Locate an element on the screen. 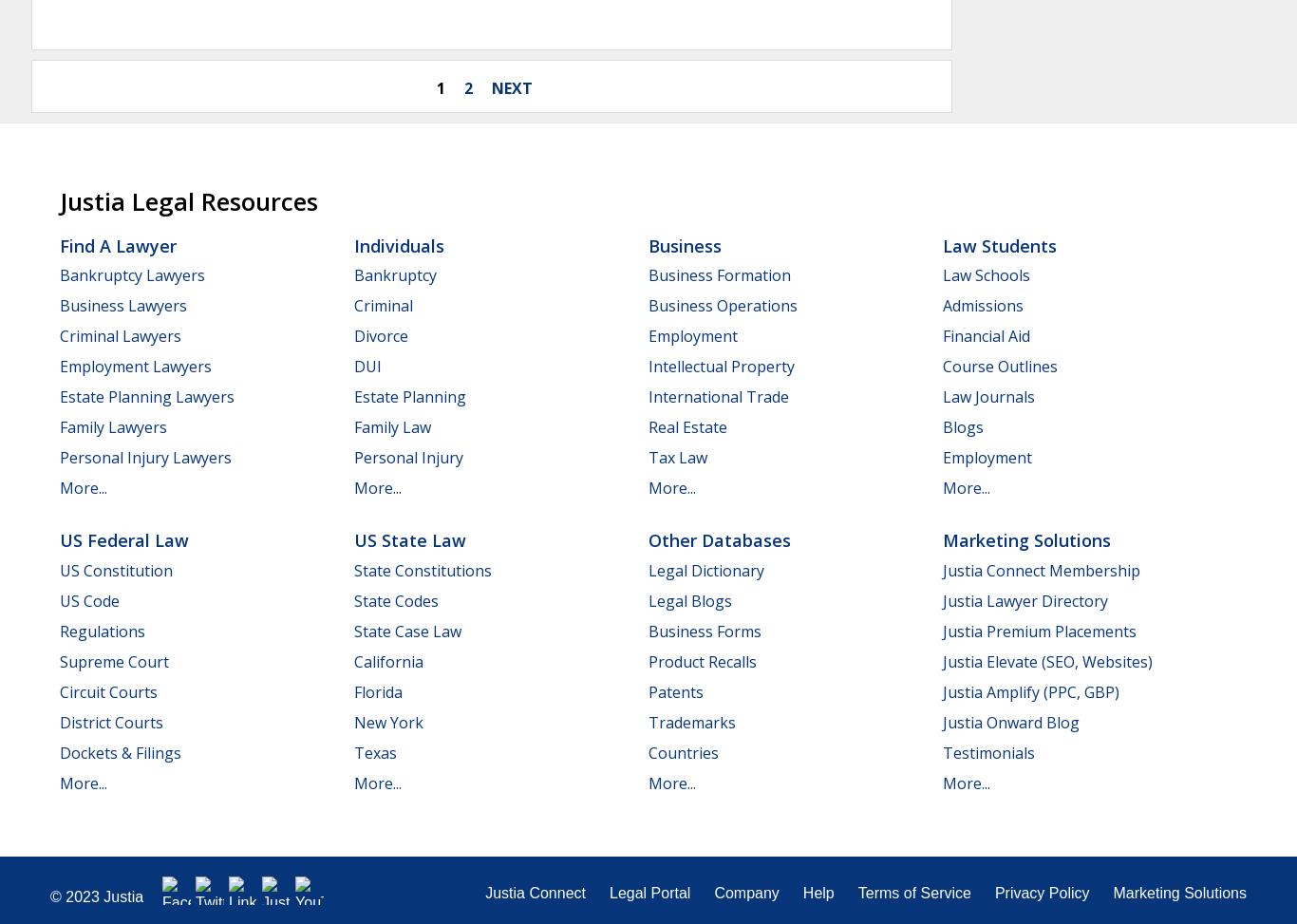 The width and height of the screenshot is (1297, 924). 'Criminal Lawyers' is located at coordinates (59, 334).